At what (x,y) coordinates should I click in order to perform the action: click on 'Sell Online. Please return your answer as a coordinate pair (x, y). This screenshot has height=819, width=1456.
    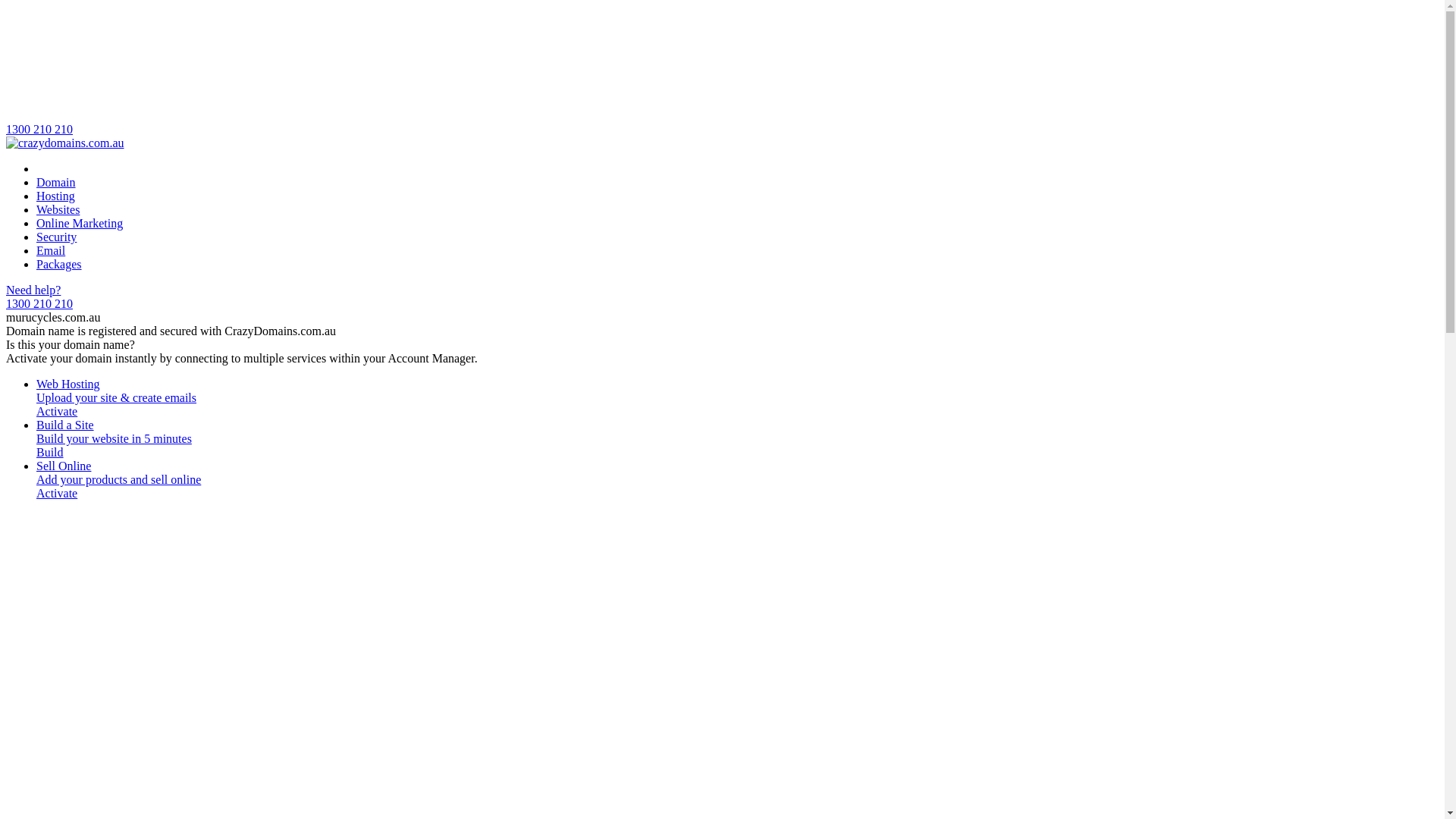
    Looking at the image, I should click on (737, 479).